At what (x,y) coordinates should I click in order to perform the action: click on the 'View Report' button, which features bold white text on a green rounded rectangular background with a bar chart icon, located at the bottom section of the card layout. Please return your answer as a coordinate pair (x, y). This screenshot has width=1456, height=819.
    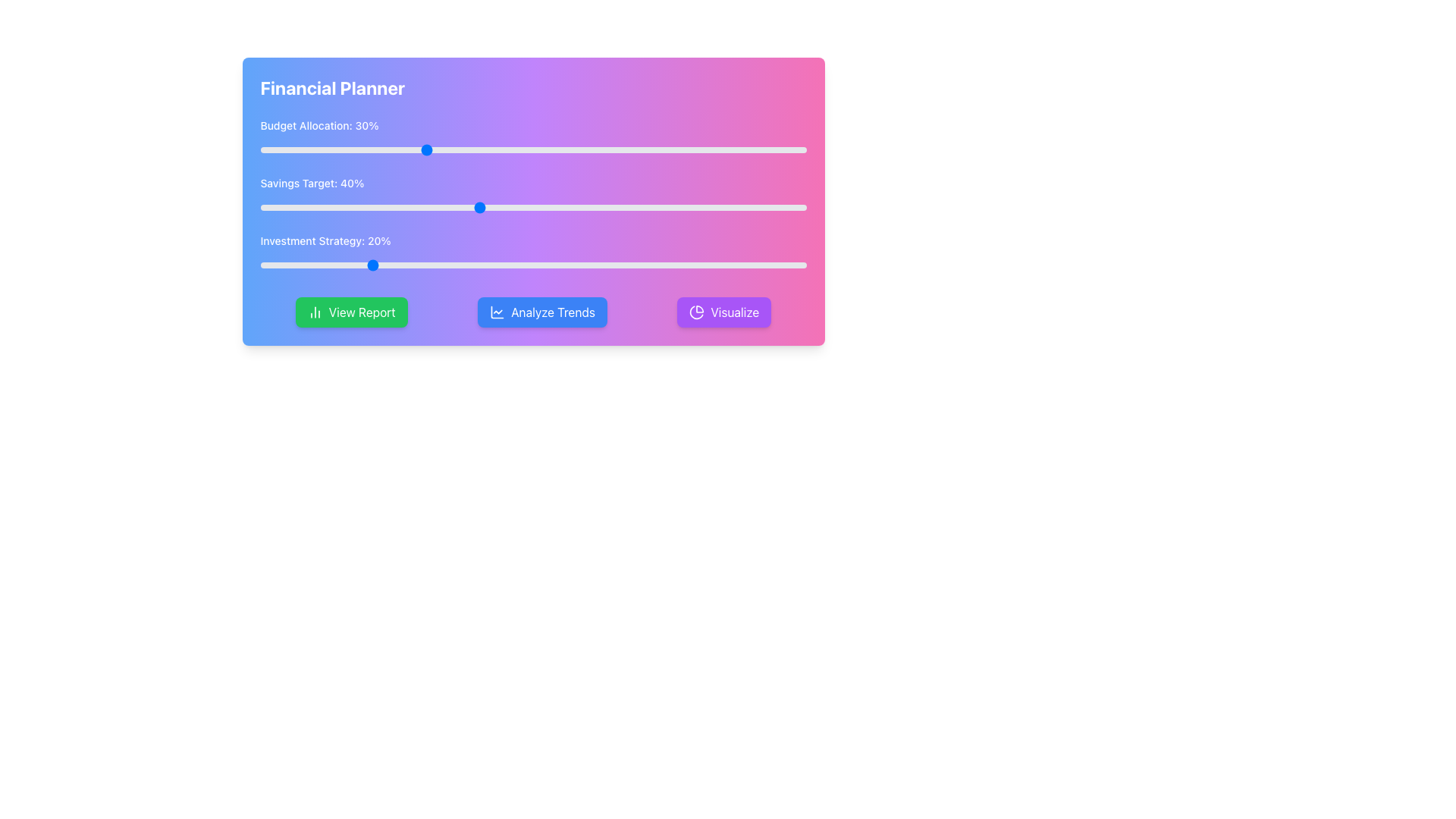
    Looking at the image, I should click on (361, 312).